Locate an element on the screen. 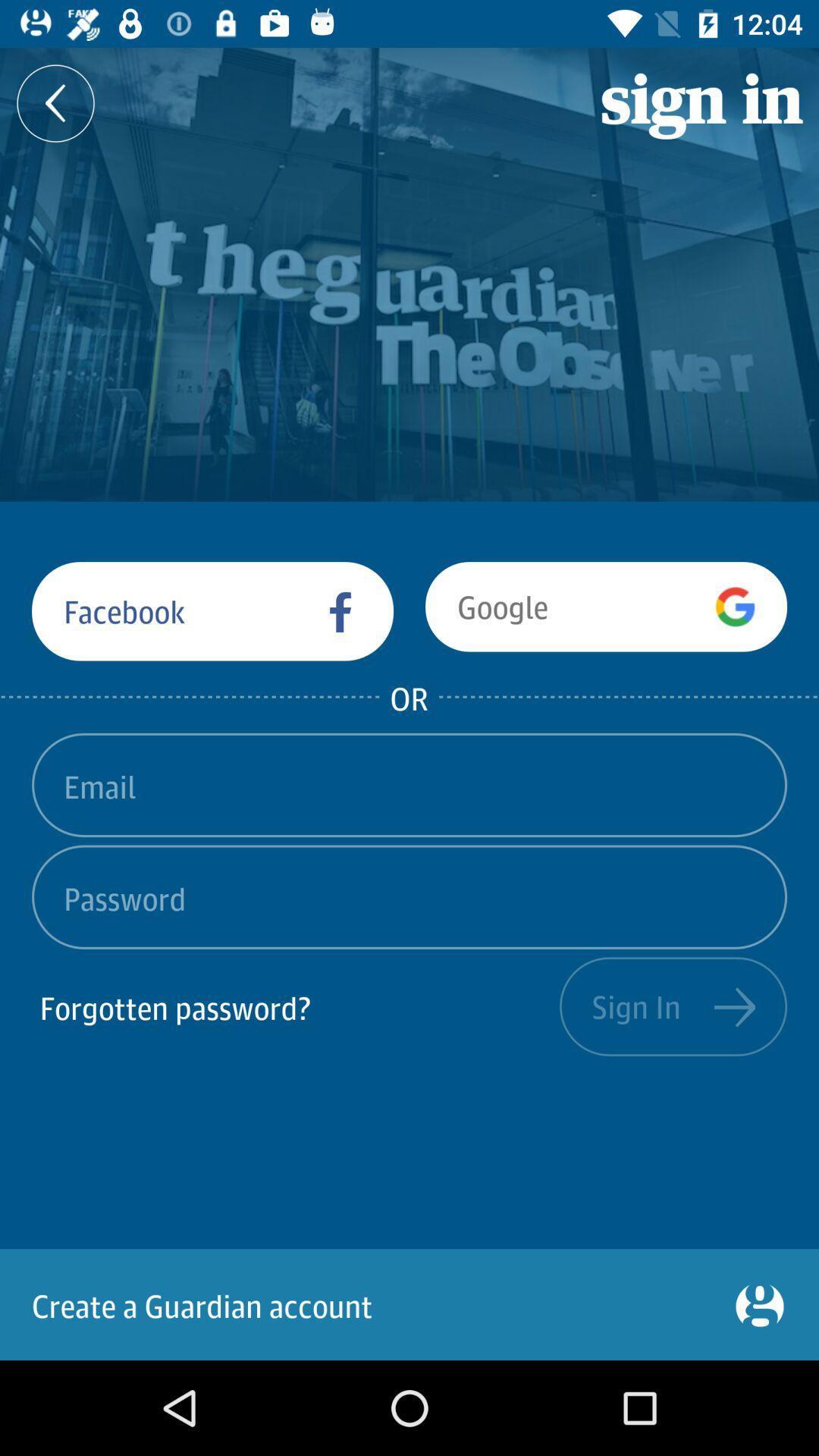  item to the left of sign in is located at coordinates (295, 1006).